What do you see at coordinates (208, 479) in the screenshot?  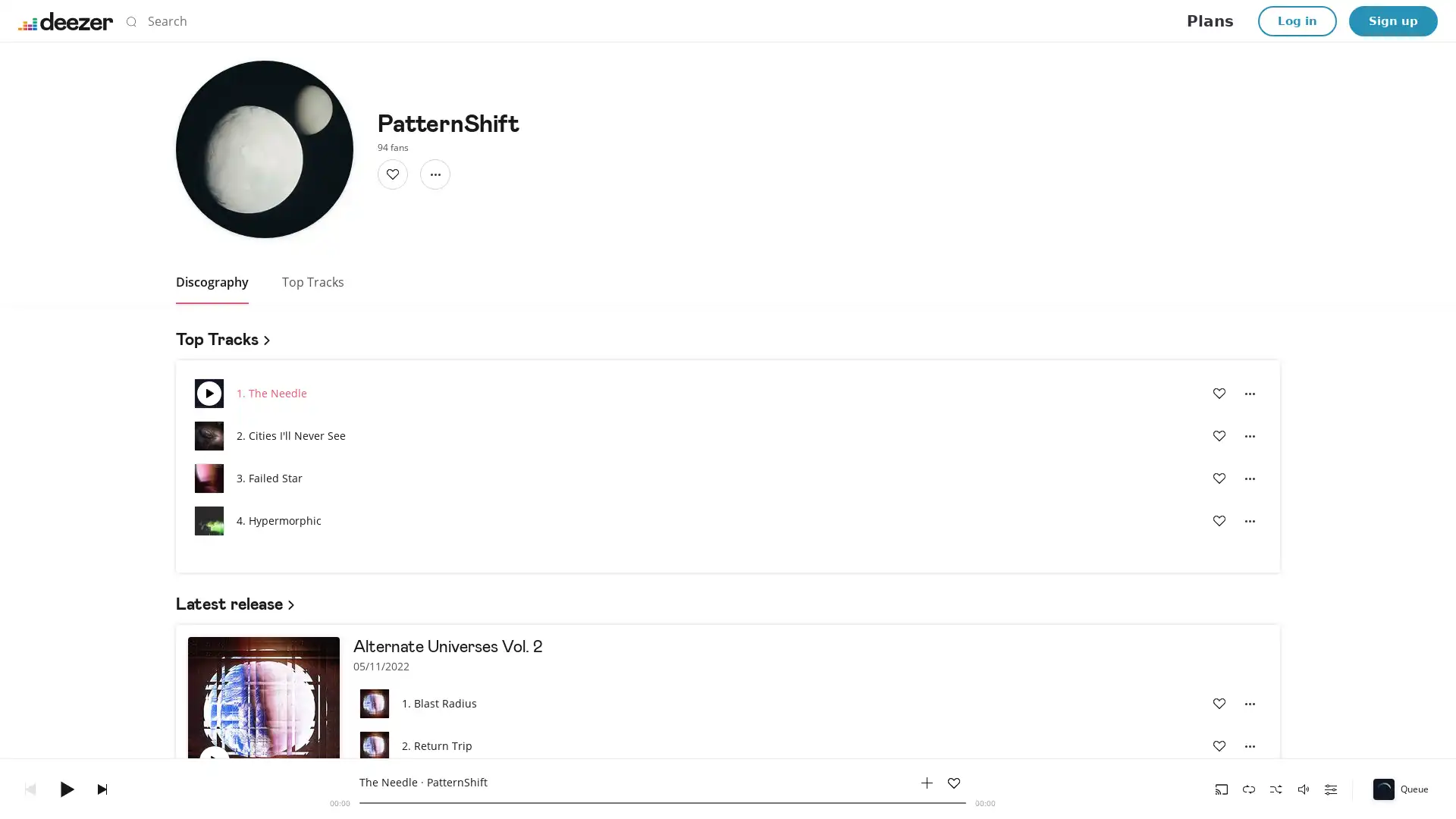 I see `Play Failed Star by PatternShift` at bounding box center [208, 479].